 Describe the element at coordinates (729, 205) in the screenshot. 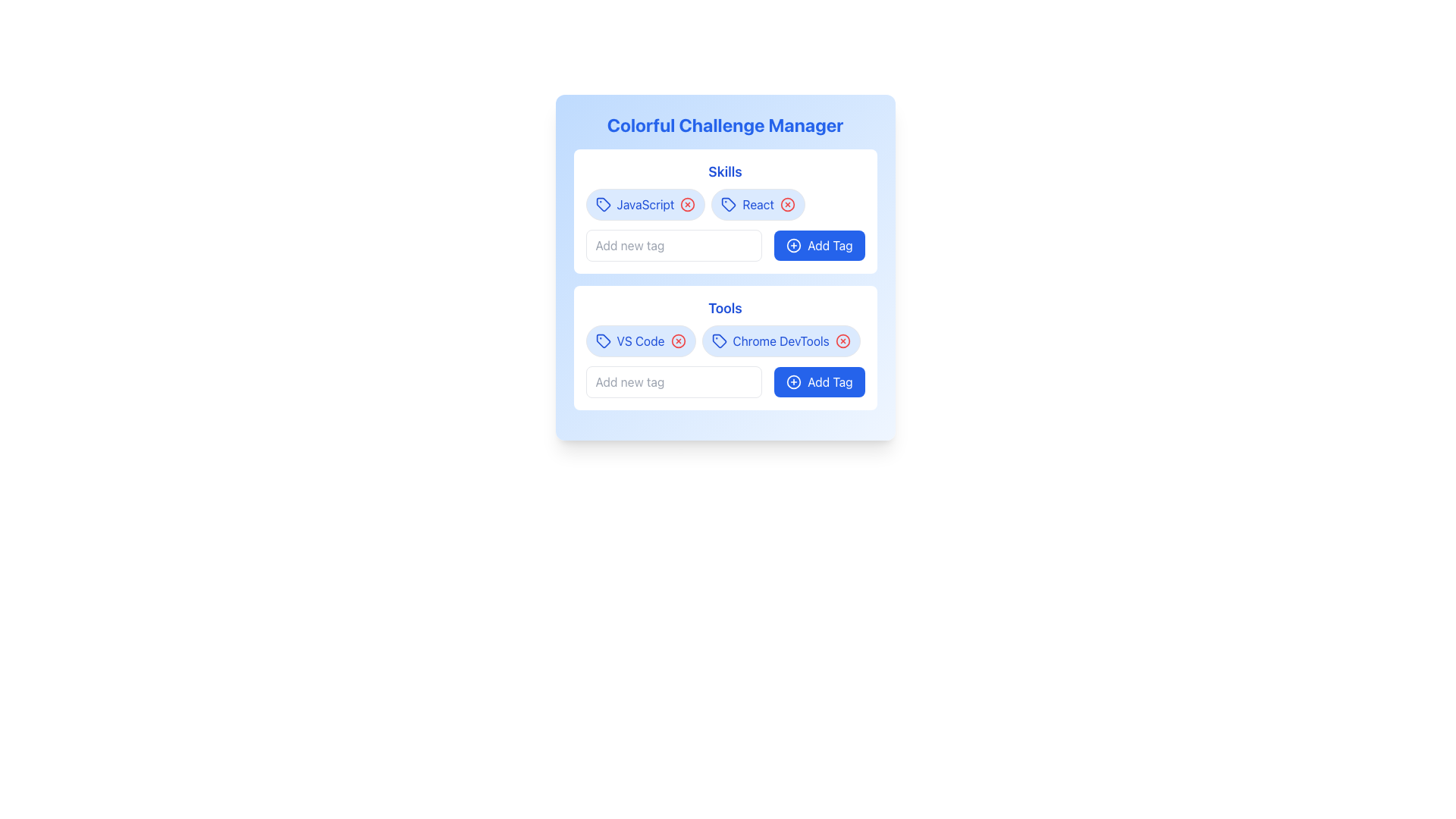

I see `the blue outlined tag icon in the 'React' button, which is the second tag from the left in the 'Skills' section, positioned to the right of the 'JavaScript' tag` at that location.